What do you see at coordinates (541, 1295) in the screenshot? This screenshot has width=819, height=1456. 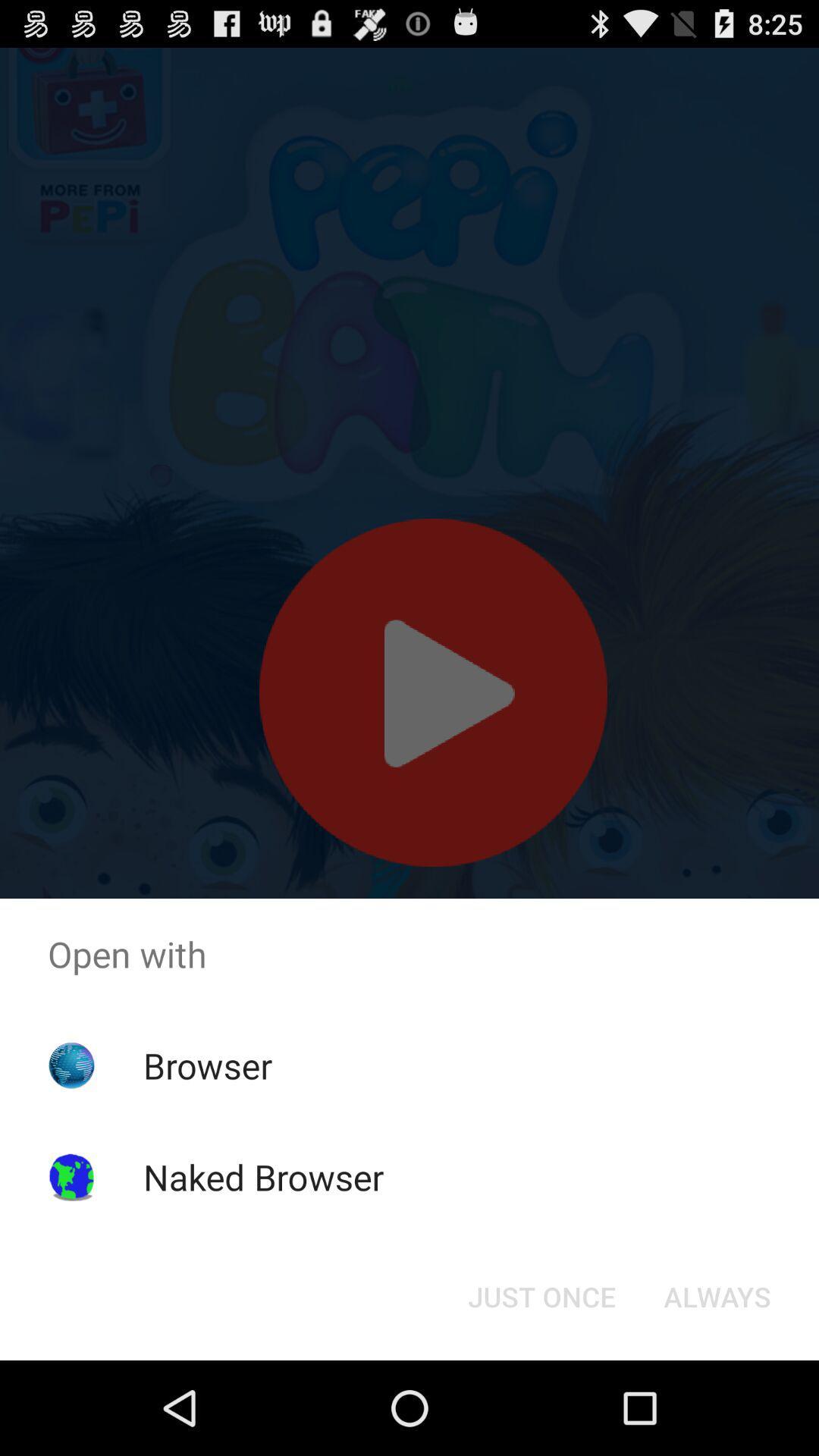 I see `the button to the left of the always button` at bounding box center [541, 1295].